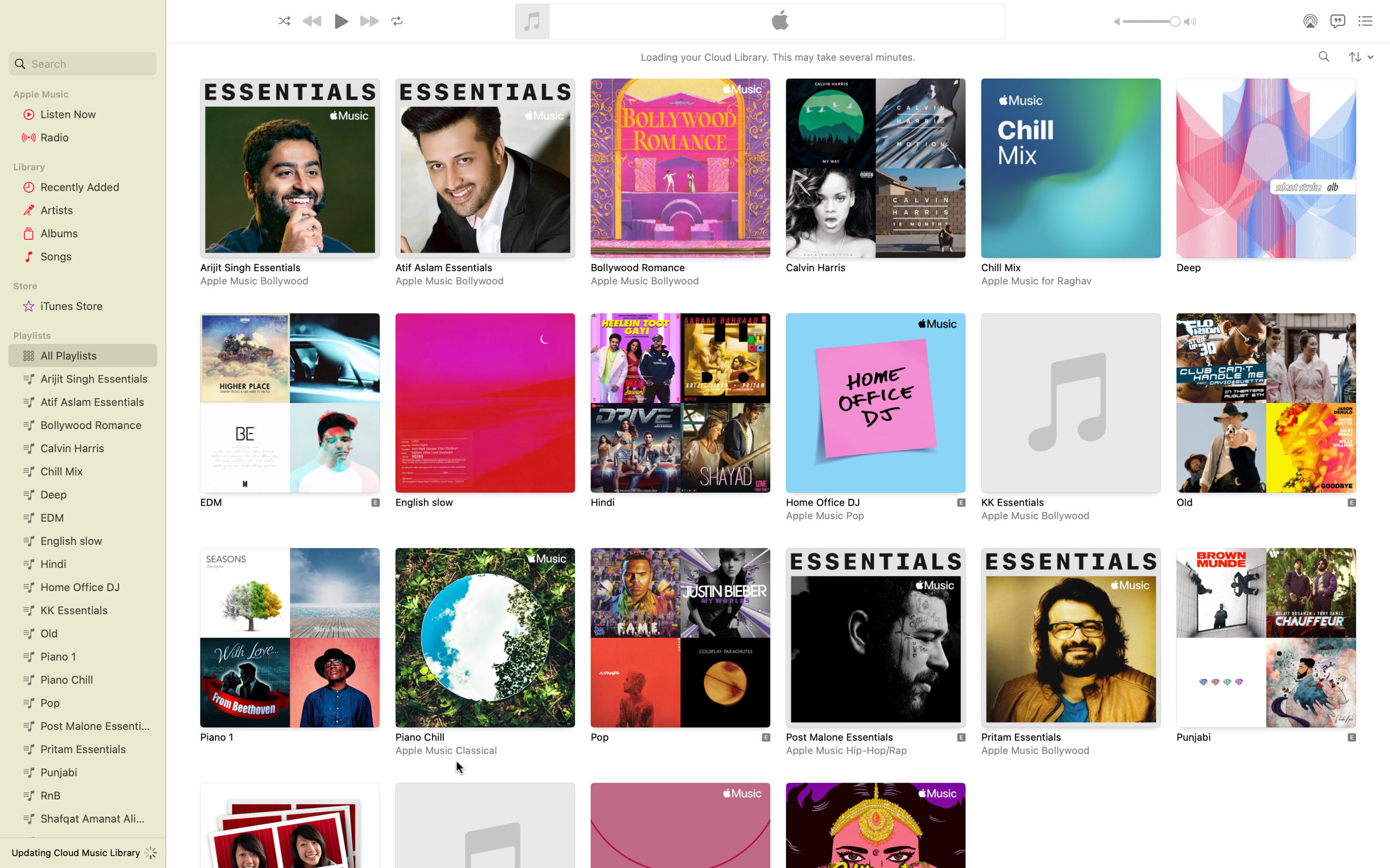 The width and height of the screenshot is (1390, 868). What do you see at coordinates (484, 414) in the screenshot?
I see `Verify the playlist titled English Slow` at bounding box center [484, 414].